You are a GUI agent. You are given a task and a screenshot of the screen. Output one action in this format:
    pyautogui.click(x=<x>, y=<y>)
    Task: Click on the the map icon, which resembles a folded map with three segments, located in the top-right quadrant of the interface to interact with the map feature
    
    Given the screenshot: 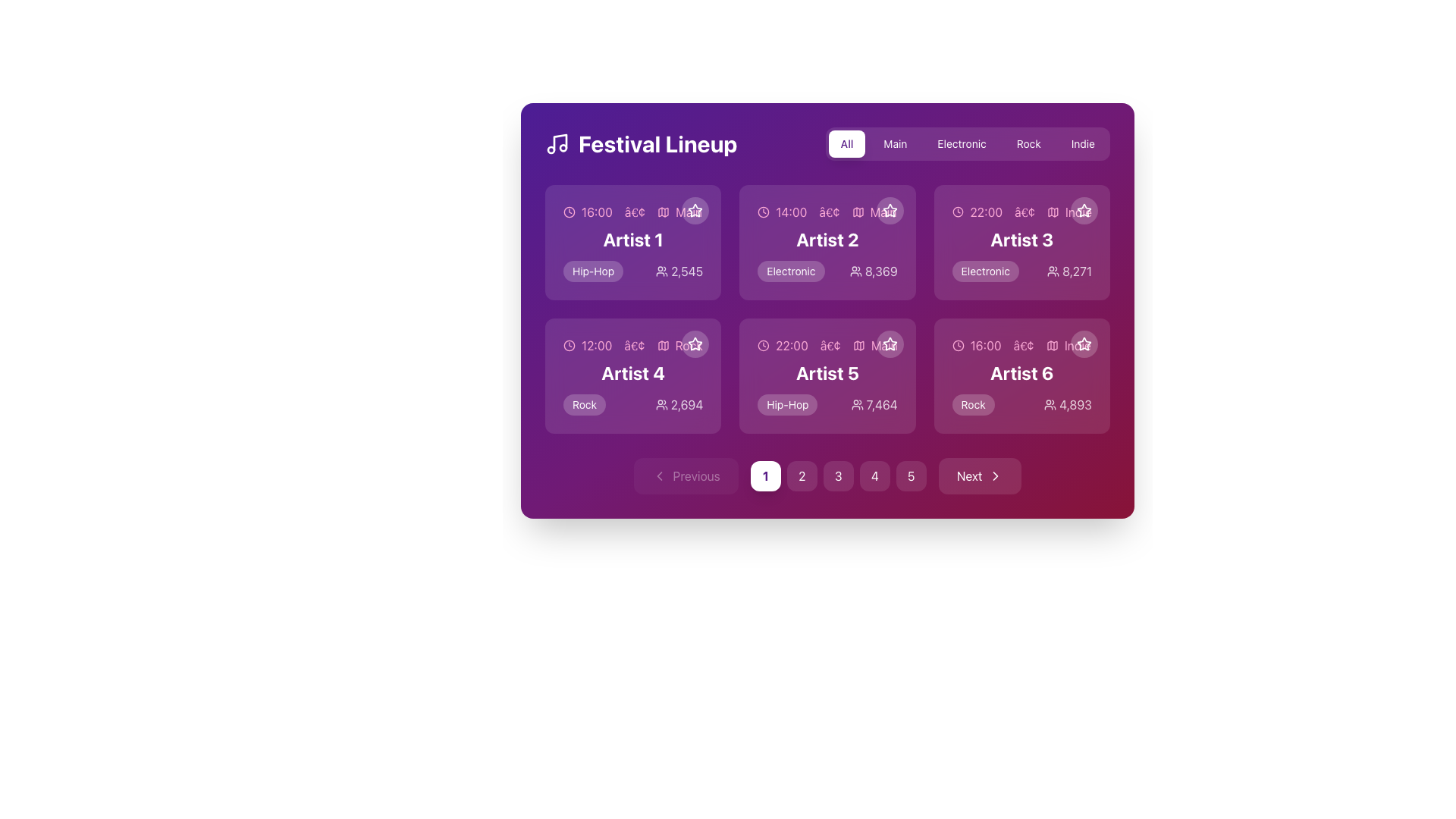 What is the action you would take?
    pyautogui.click(x=1052, y=212)
    